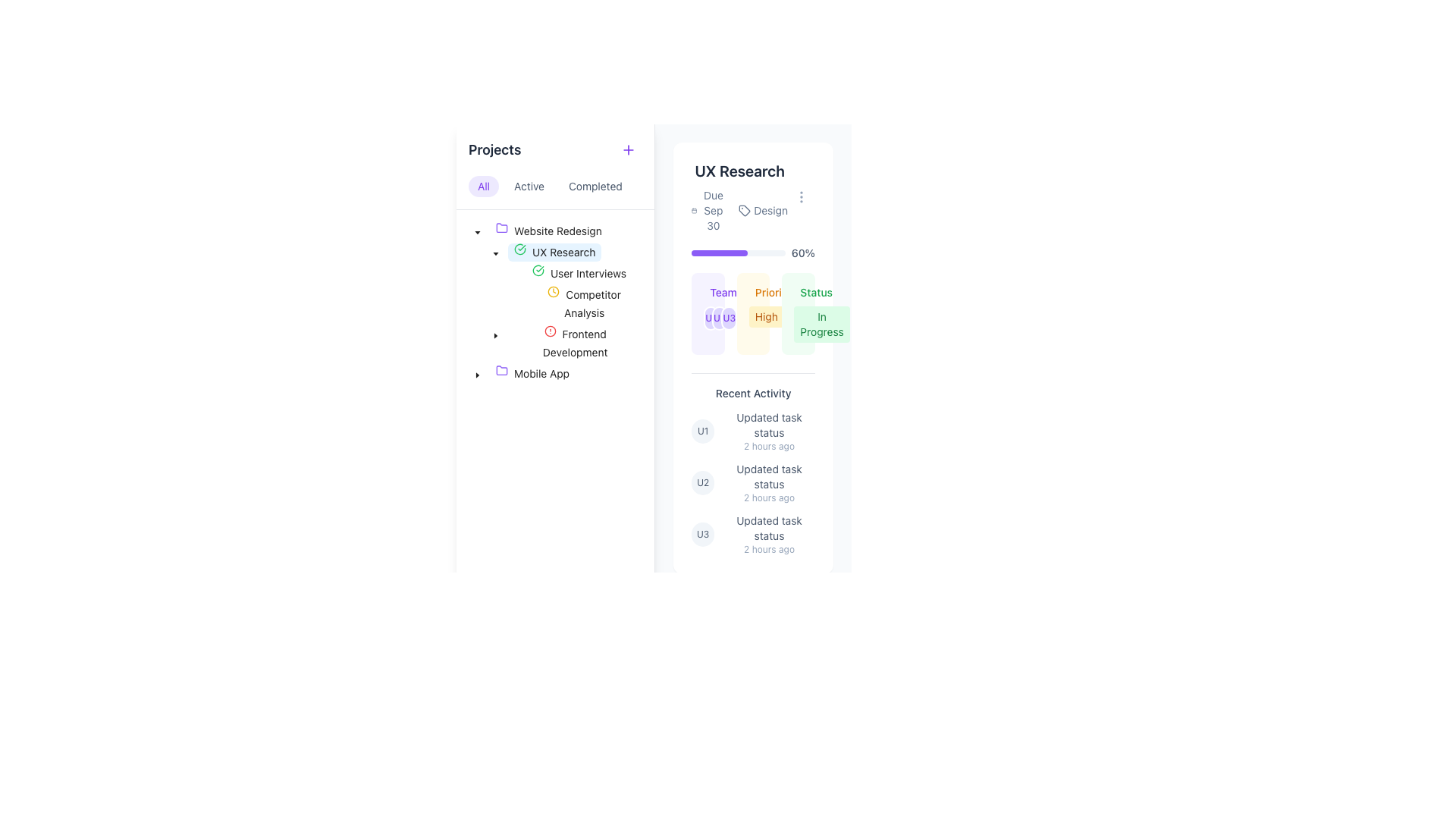  I want to click on the 'In Progress' status label with a light green background and dark green text located in the 'Status' section of the 'UX Research' card, so click(821, 324).